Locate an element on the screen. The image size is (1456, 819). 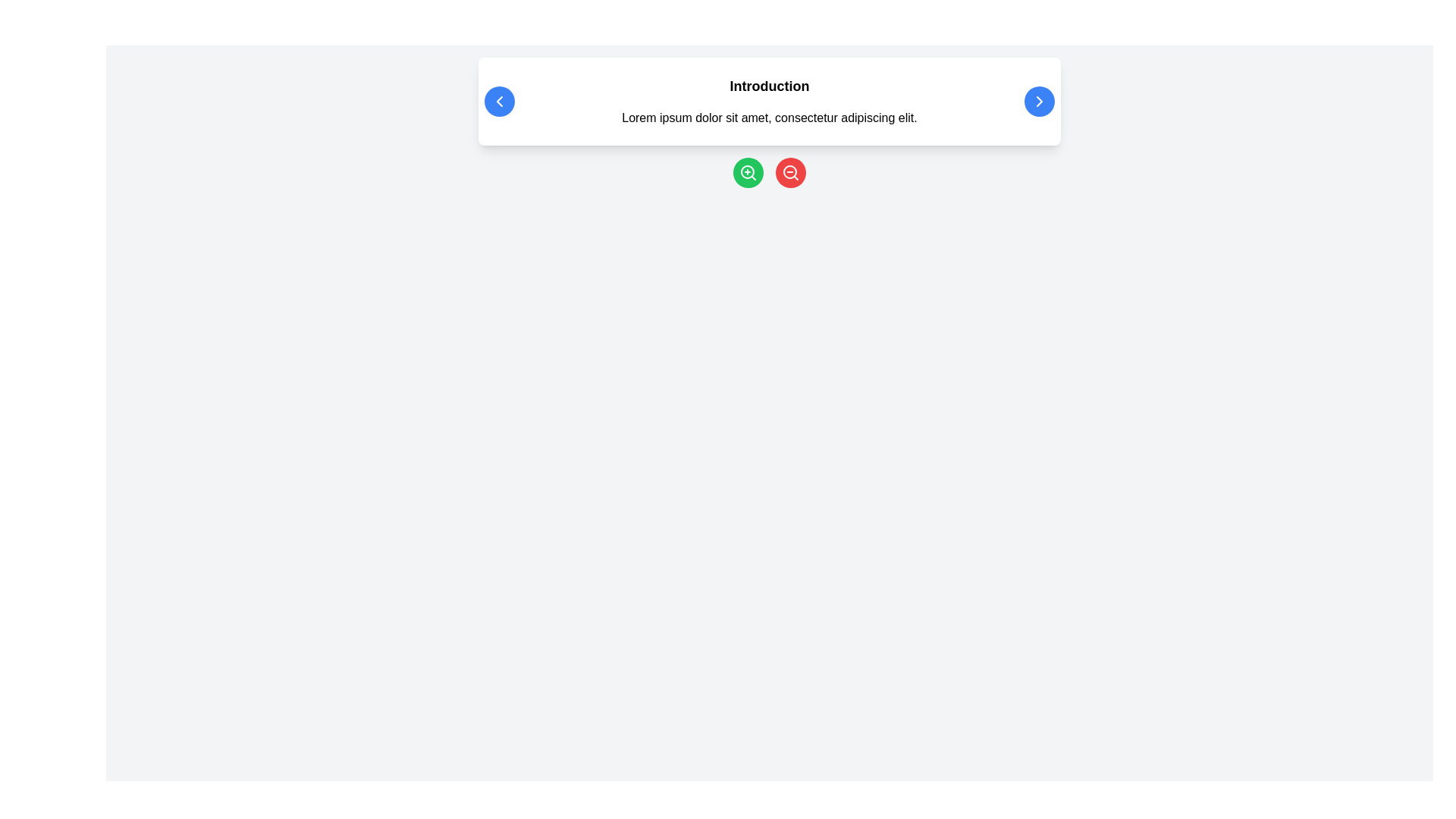
the rightmost zoom-out icon located beneath the Introduction section is located at coordinates (789, 171).